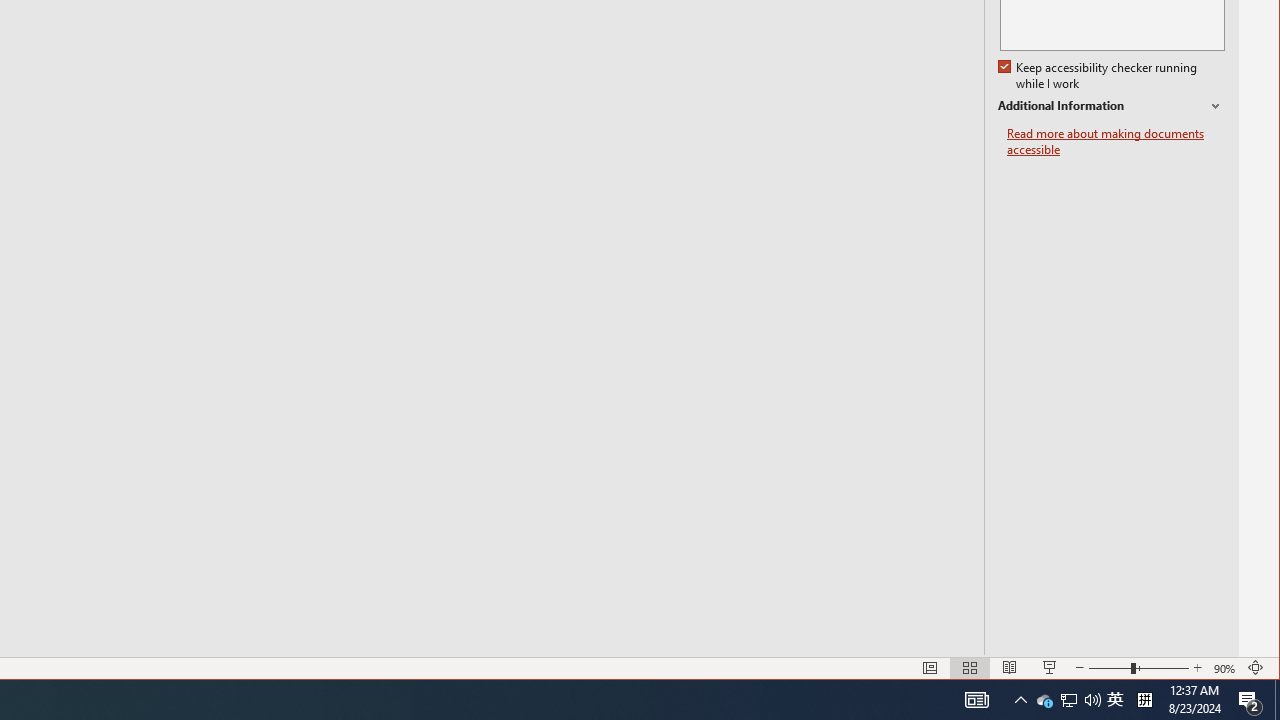  I want to click on 'Zoom 90%', so click(1224, 668).